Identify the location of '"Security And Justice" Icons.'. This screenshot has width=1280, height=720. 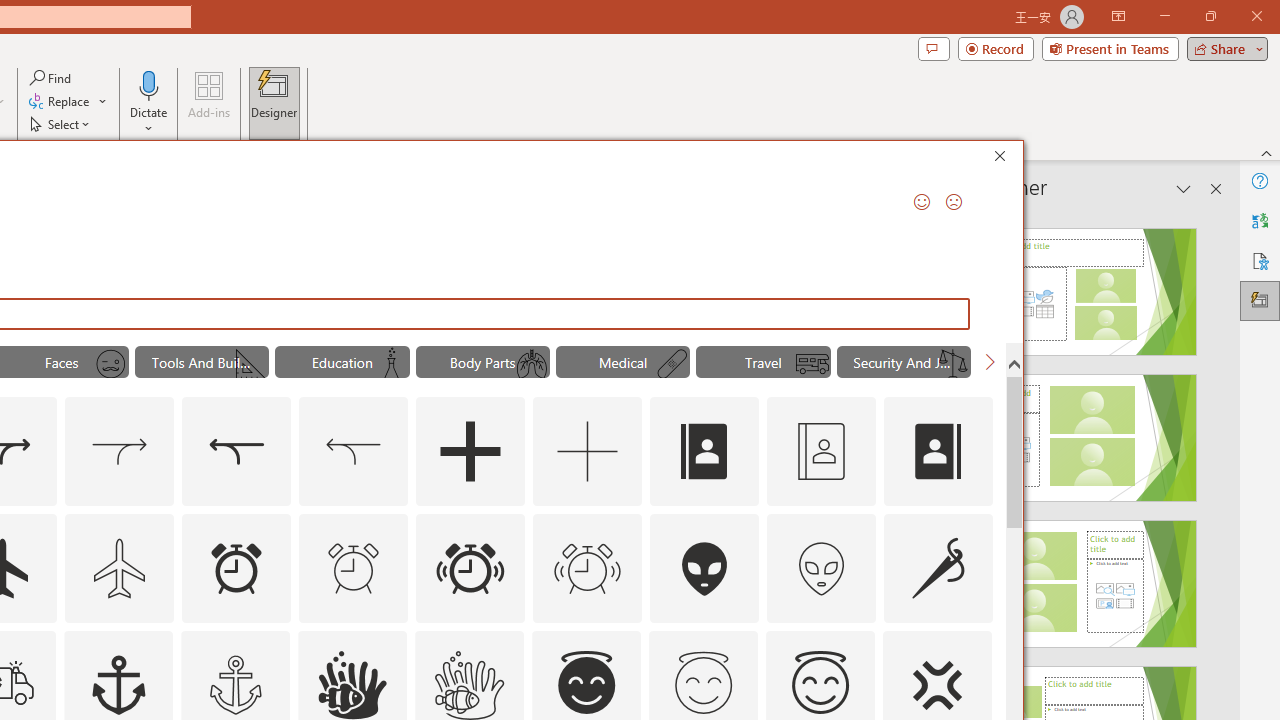
(903, 362).